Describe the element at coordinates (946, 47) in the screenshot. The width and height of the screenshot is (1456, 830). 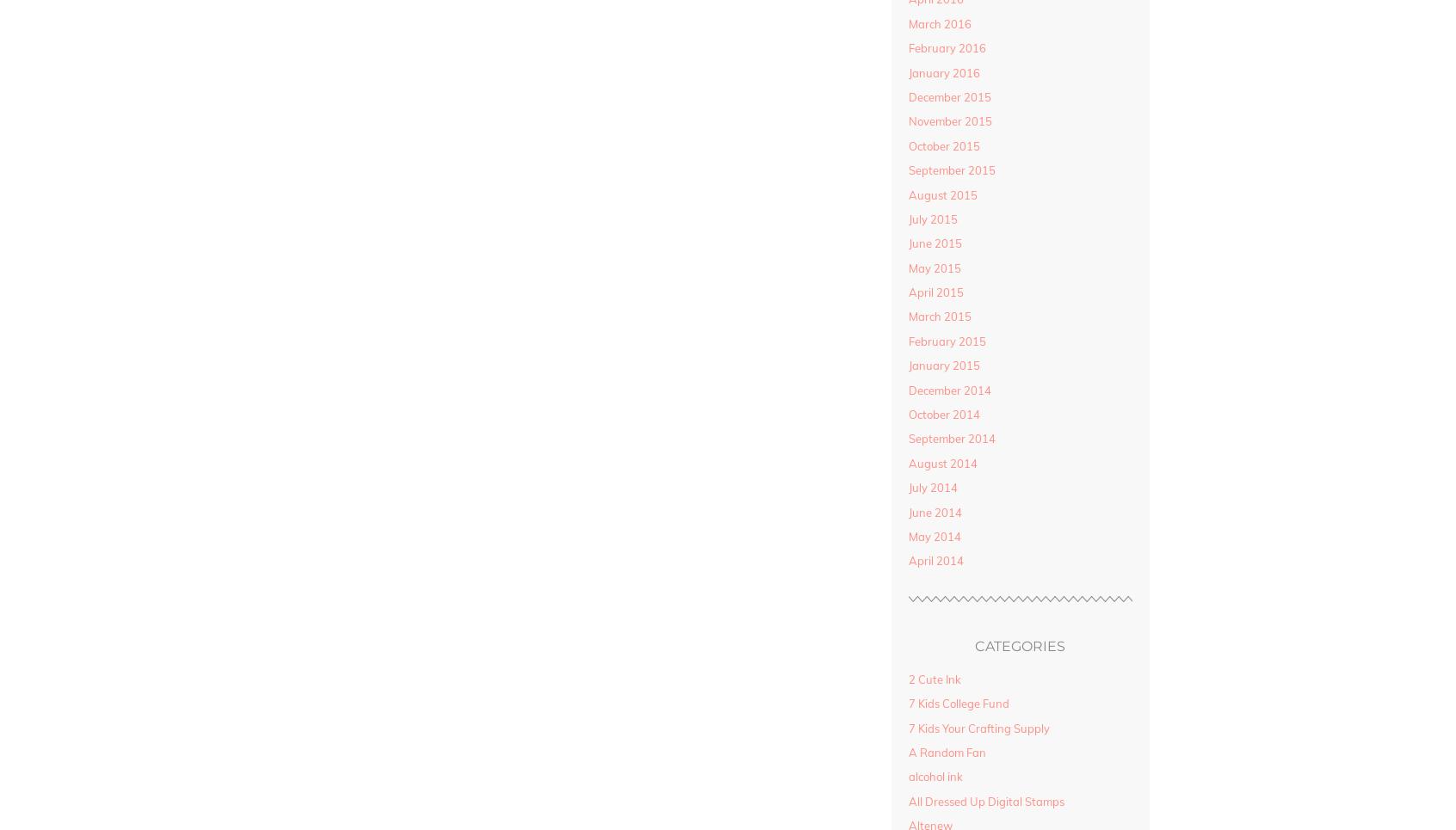
I see `'February 2016'` at that location.